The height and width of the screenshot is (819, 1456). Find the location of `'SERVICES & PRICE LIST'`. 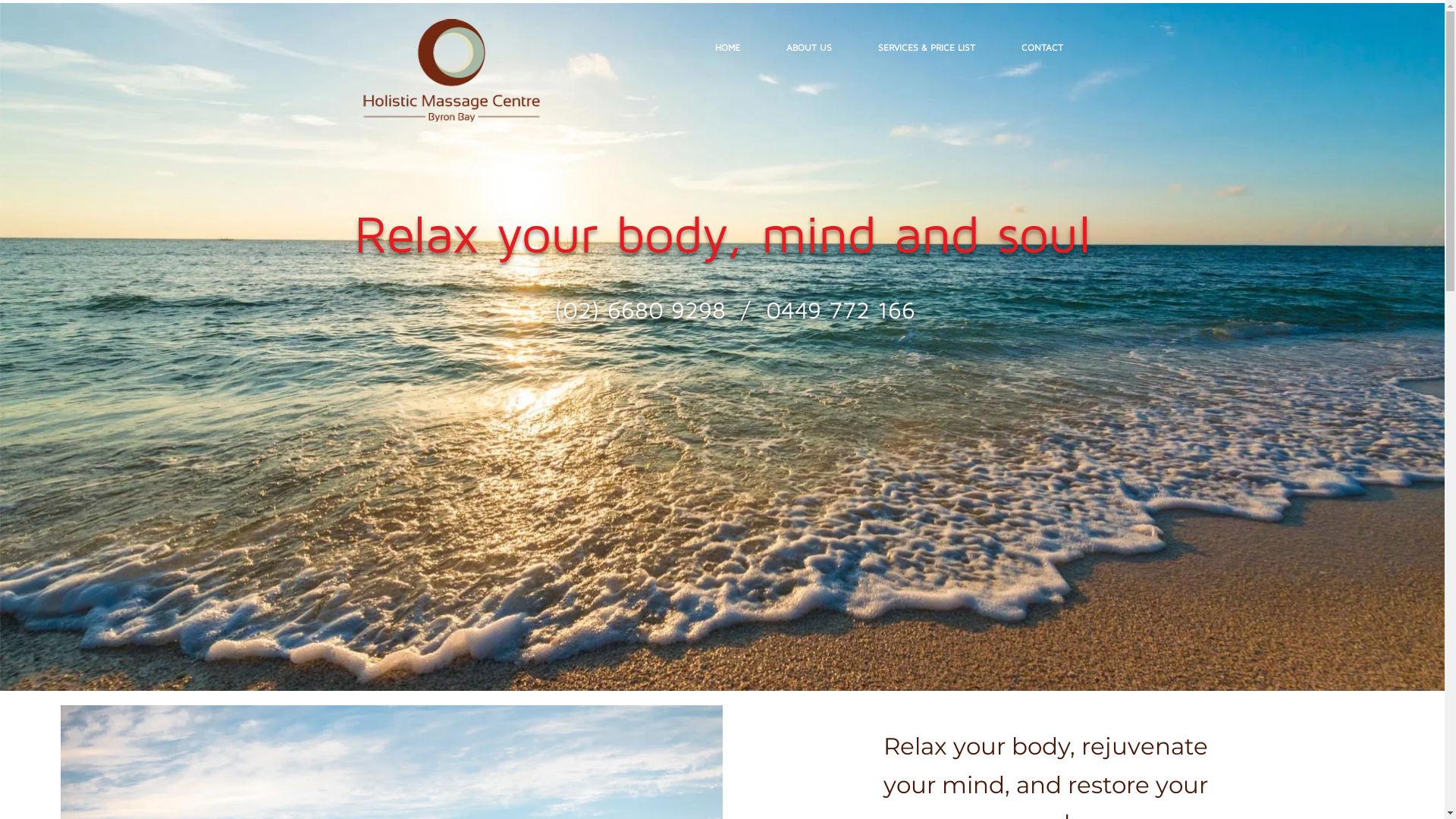

'SERVICES & PRICE LIST' is located at coordinates (855, 46).